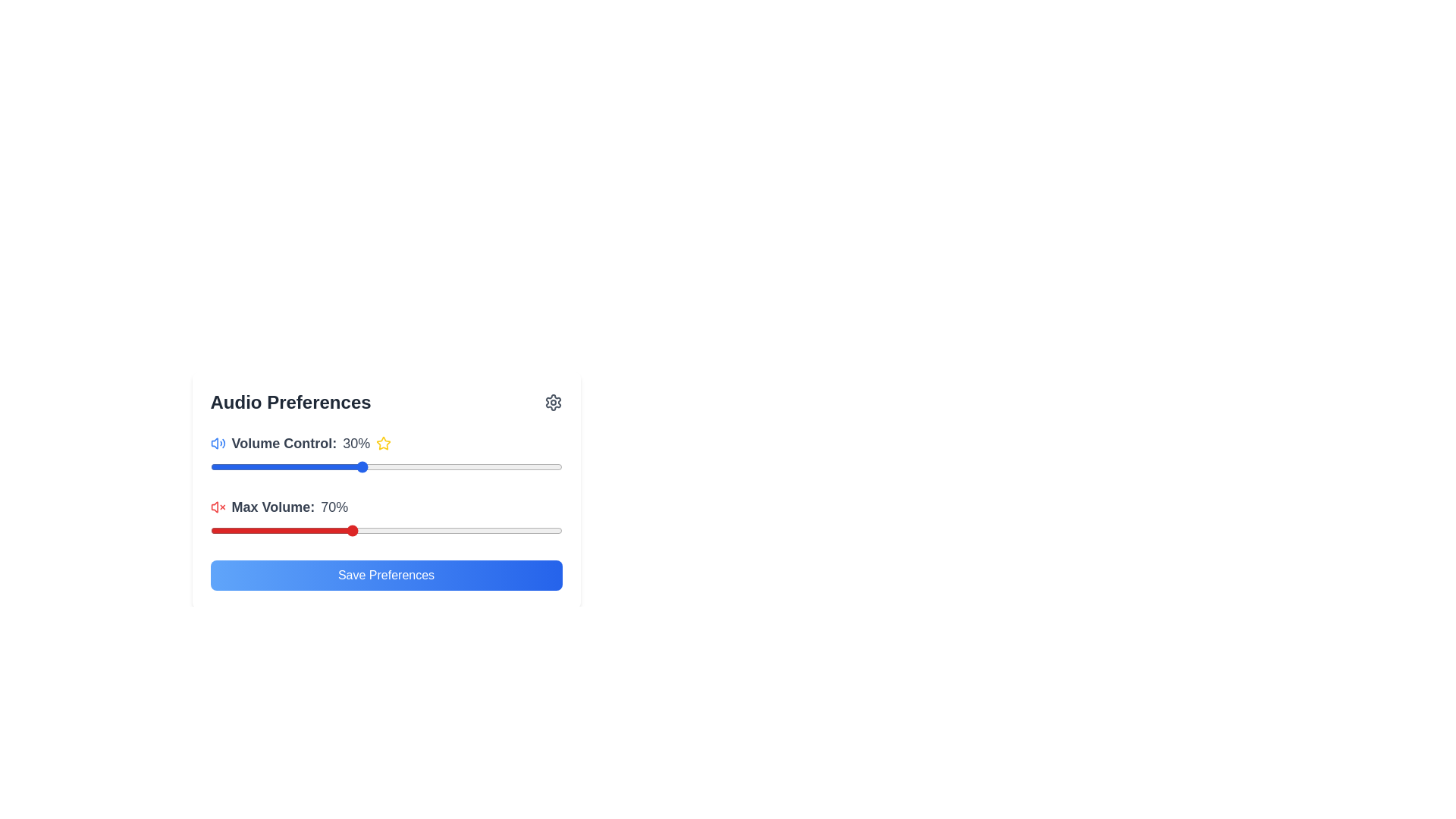  Describe the element at coordinates (356, 444) in the screenshot. I see `current volume level percentage displayed in the text label located to the right of the 'Volume Control:' text in the 'Audio Preferences' section` at that location.